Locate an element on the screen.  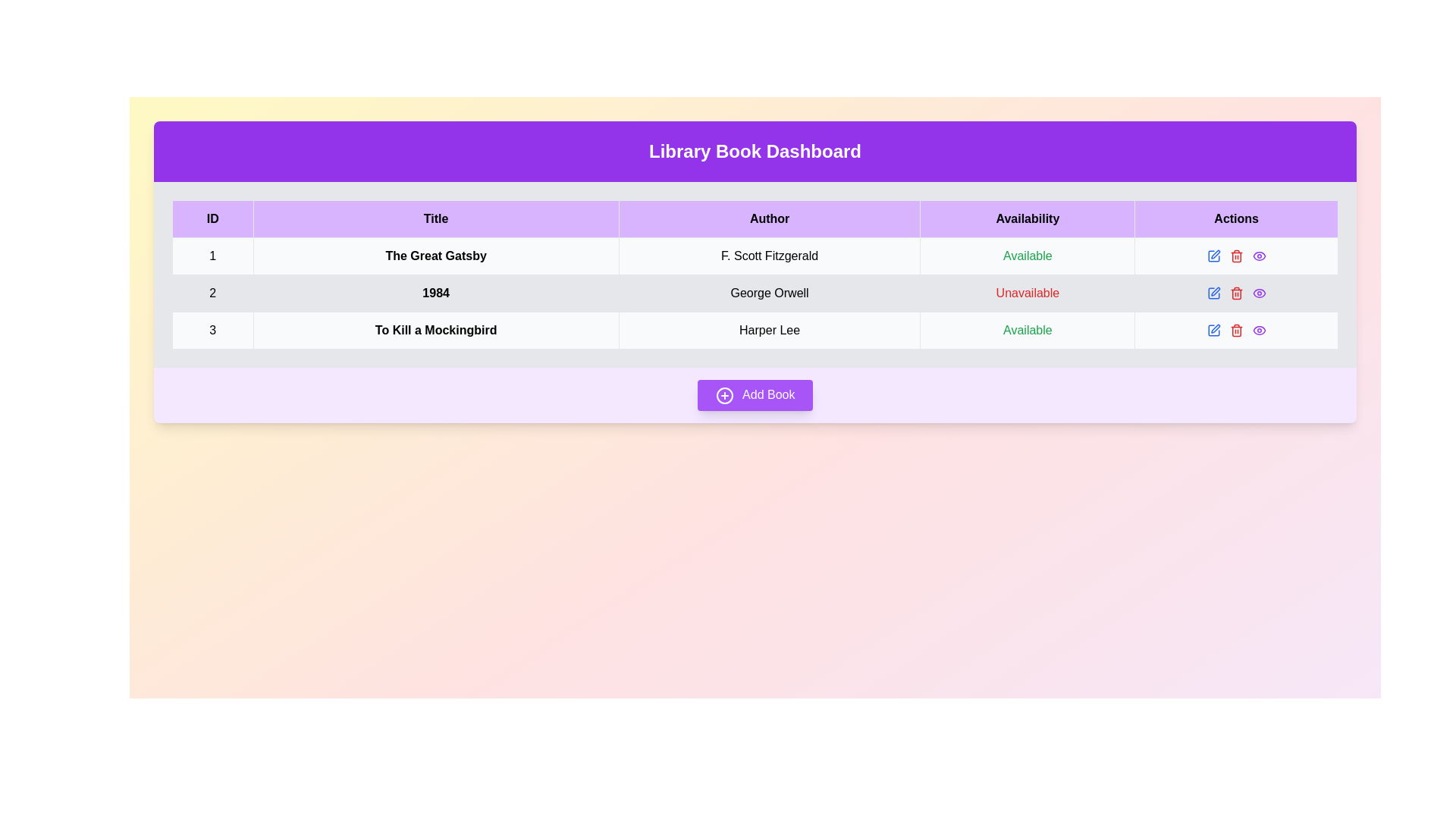
the edit icon, which is a pen surrounded by a square outline, located in the 'Actions' column of the second row, aligned with the book titled '1984' is located at coordinates (1215, 291).